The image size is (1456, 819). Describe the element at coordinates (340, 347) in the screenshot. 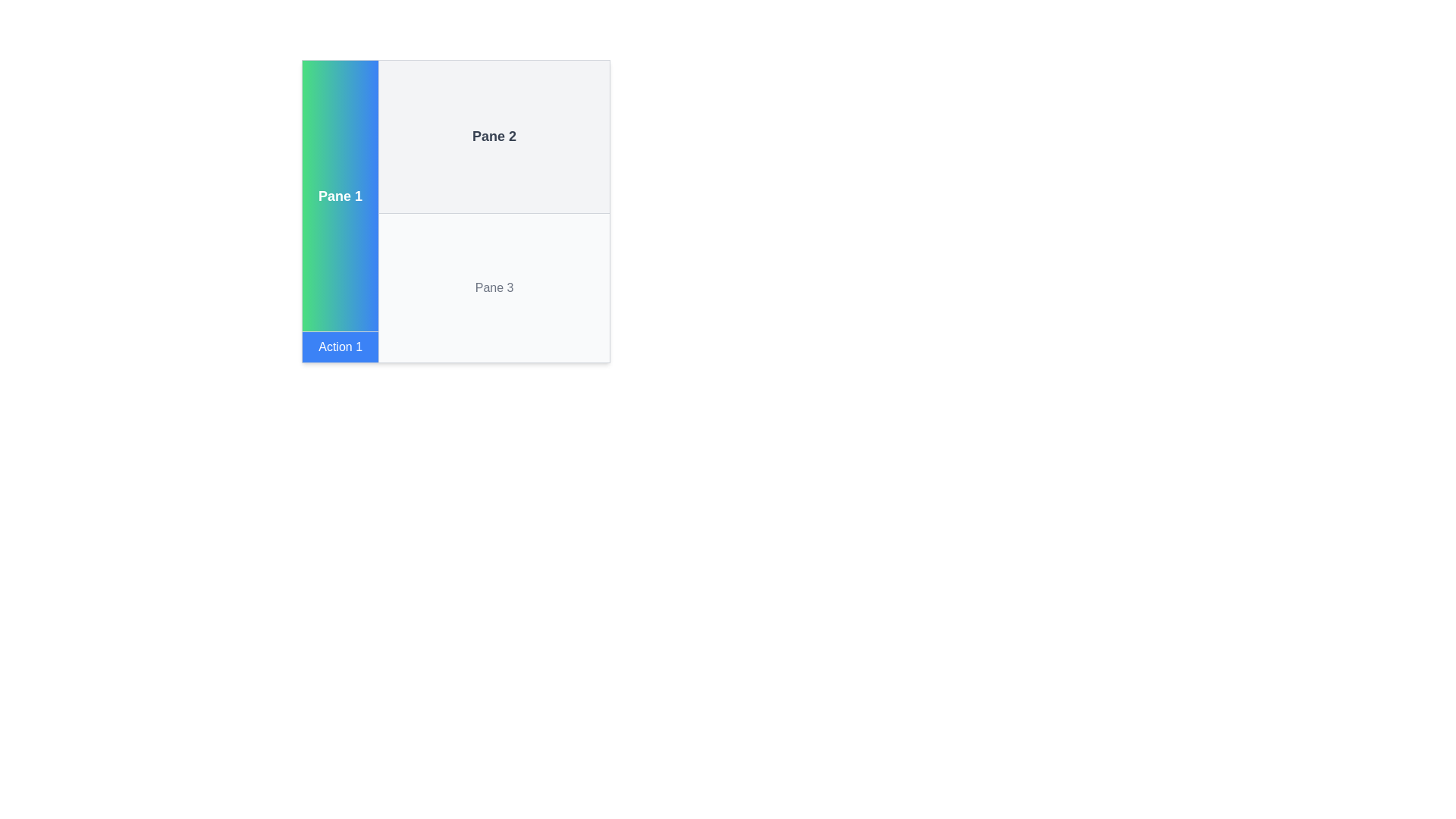

I see `the 'Action 1' button located in the lower section of 'Pane 1'` at that location.